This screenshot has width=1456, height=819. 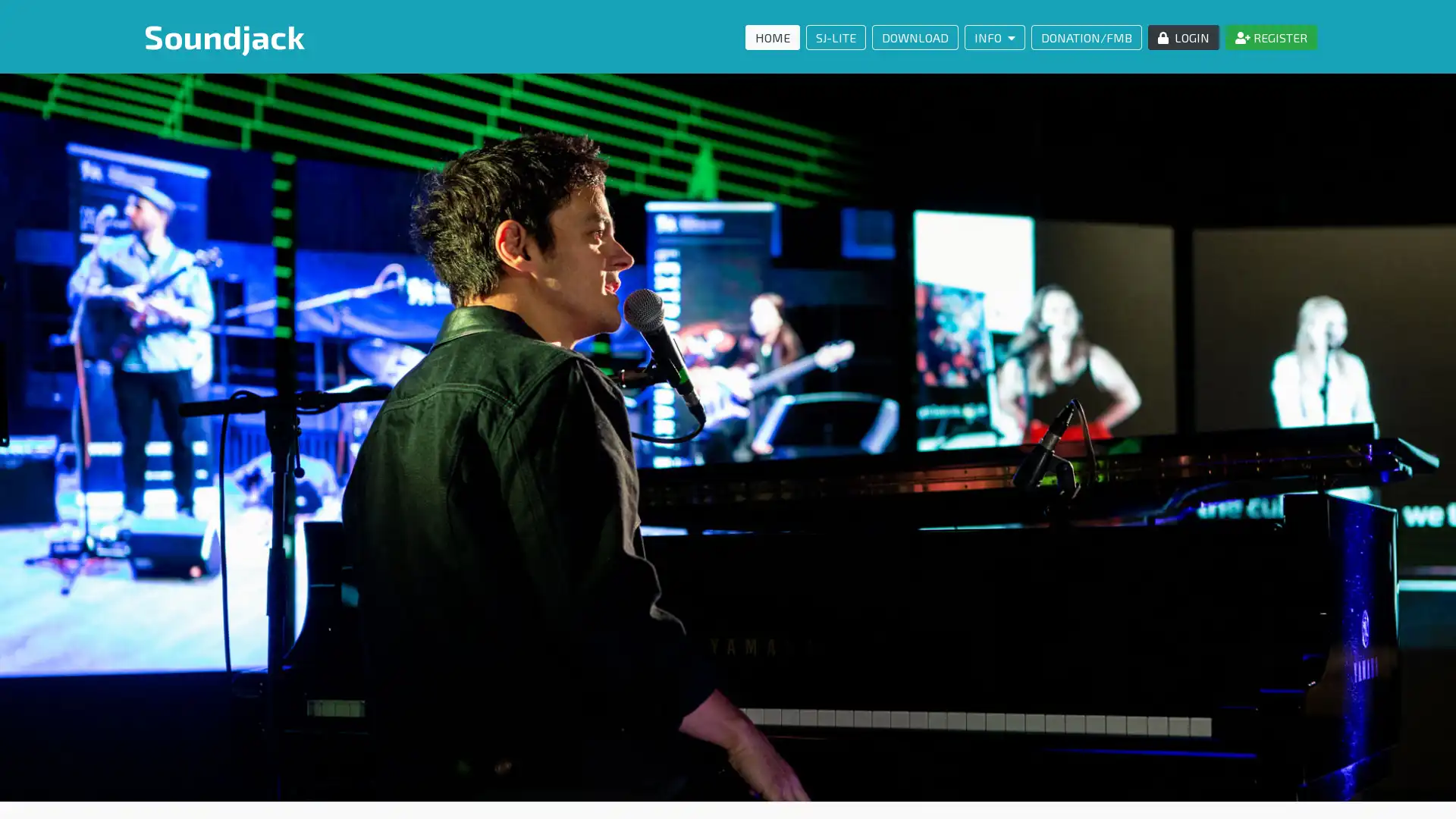 I want to click on next arrow, so click(x=1432, y=436).